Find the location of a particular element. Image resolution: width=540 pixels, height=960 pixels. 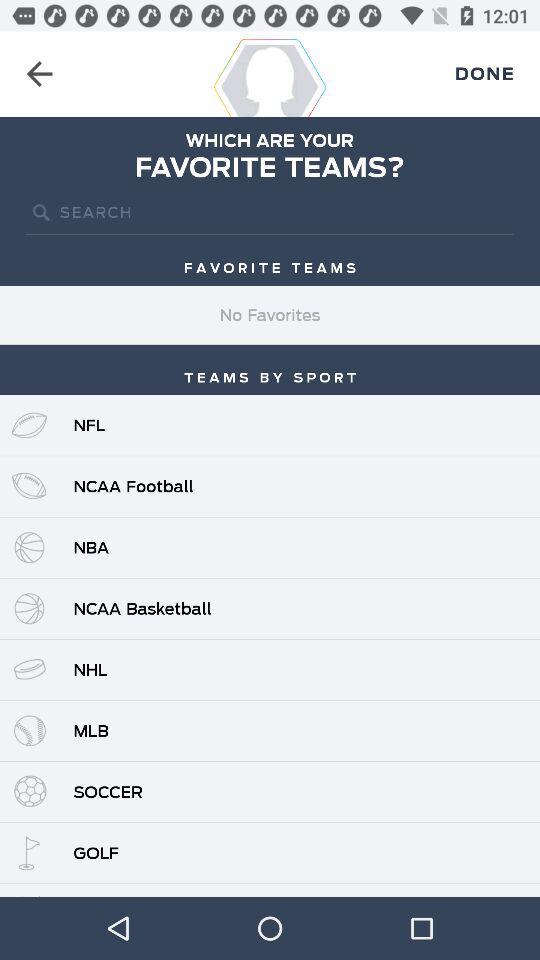

the arrow_backward icon is located at coordinates (39, 74).